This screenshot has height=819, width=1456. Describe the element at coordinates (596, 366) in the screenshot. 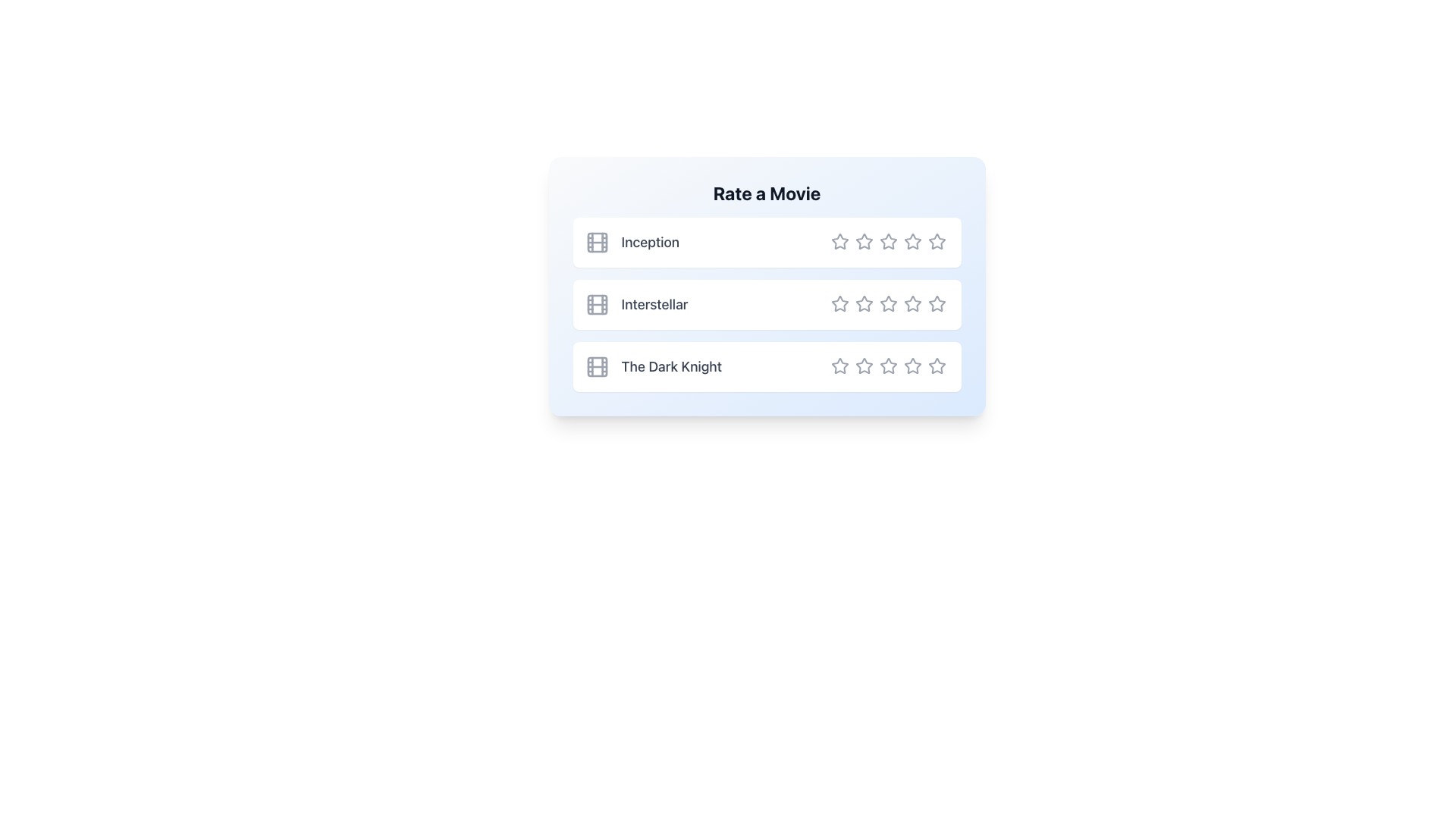

I see `the central rectangle of the SVG film reel icon located next to the text 'The Dark Knight' in the third row of the 'Rate a Movie' list` at that location.